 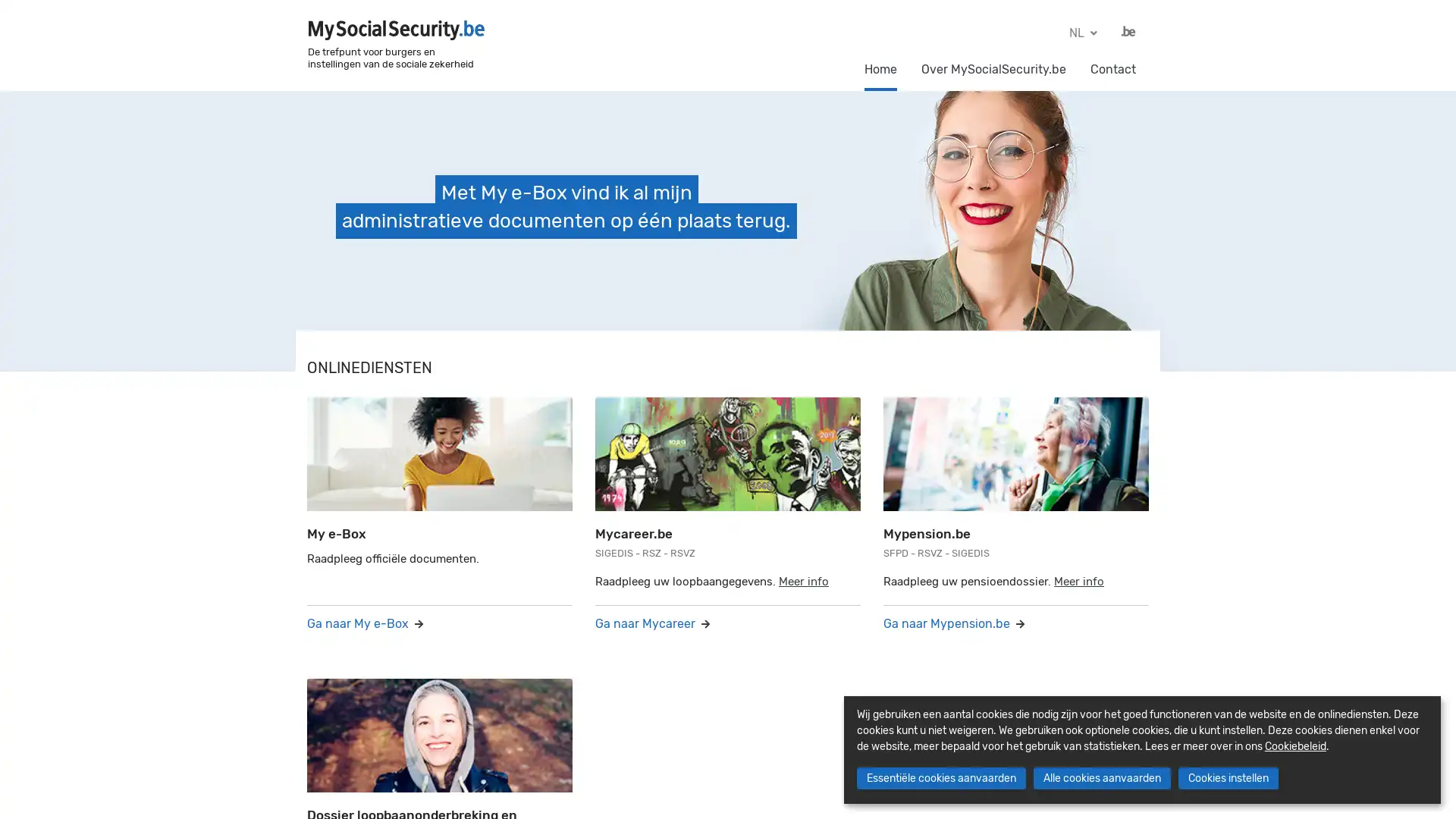 I want to click on Alle cookies aanvaarden, so click(x=1101, y=778).